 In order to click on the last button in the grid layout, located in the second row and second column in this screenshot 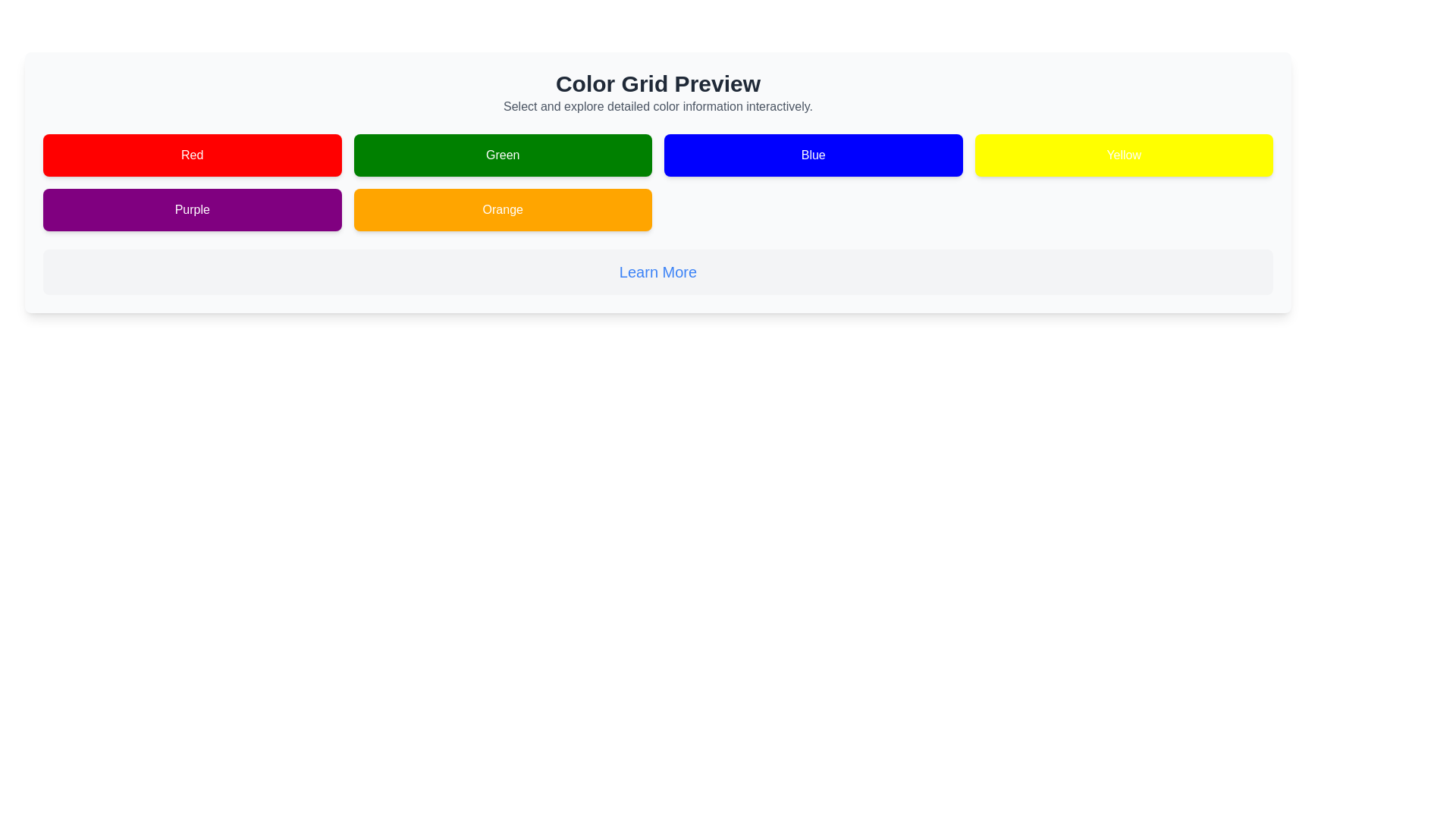, I will do `click(503, 210)`.